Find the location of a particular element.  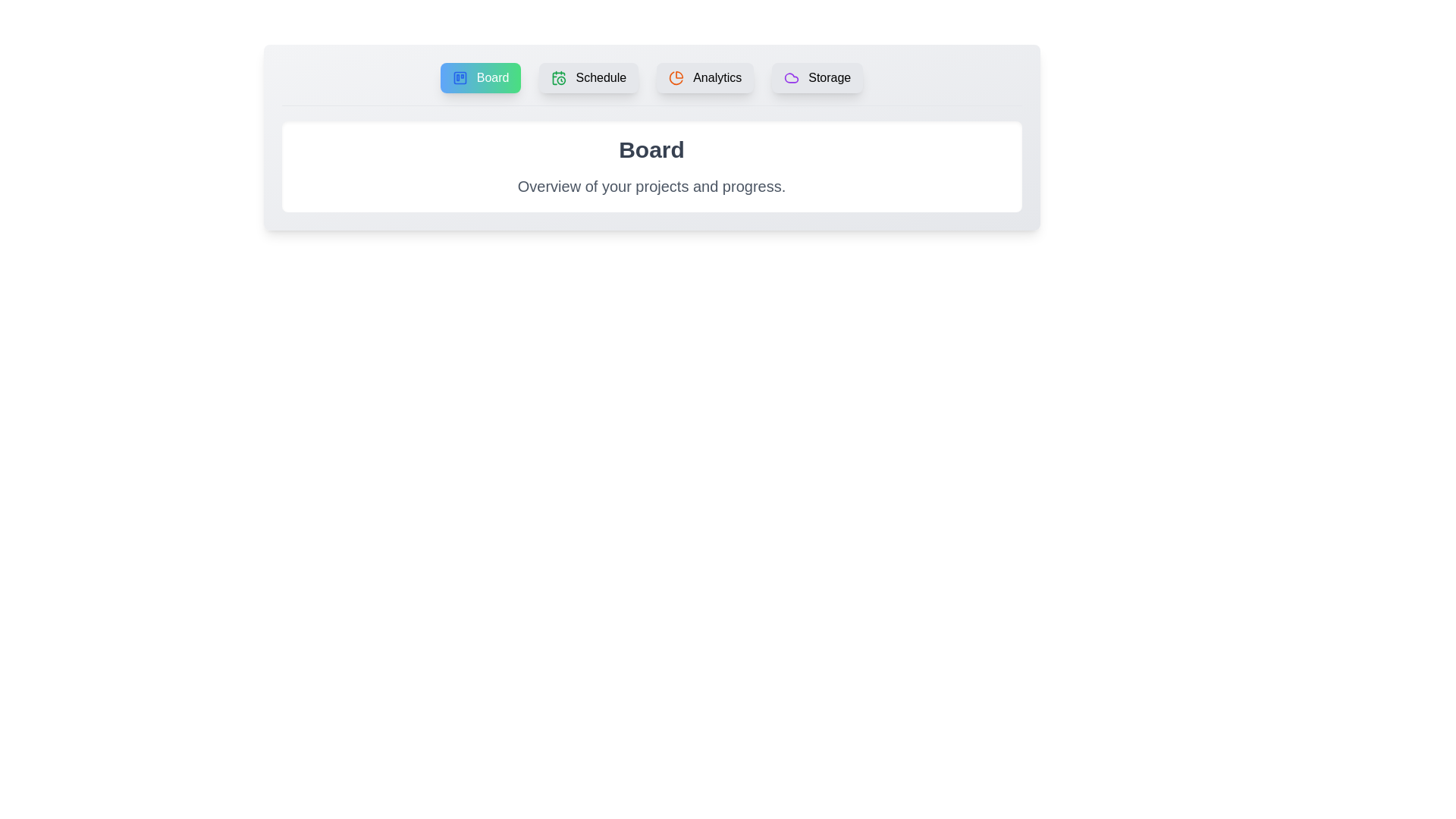

the tab labeled Schedule to observe its hover effect is located at coordinates (588, 78).